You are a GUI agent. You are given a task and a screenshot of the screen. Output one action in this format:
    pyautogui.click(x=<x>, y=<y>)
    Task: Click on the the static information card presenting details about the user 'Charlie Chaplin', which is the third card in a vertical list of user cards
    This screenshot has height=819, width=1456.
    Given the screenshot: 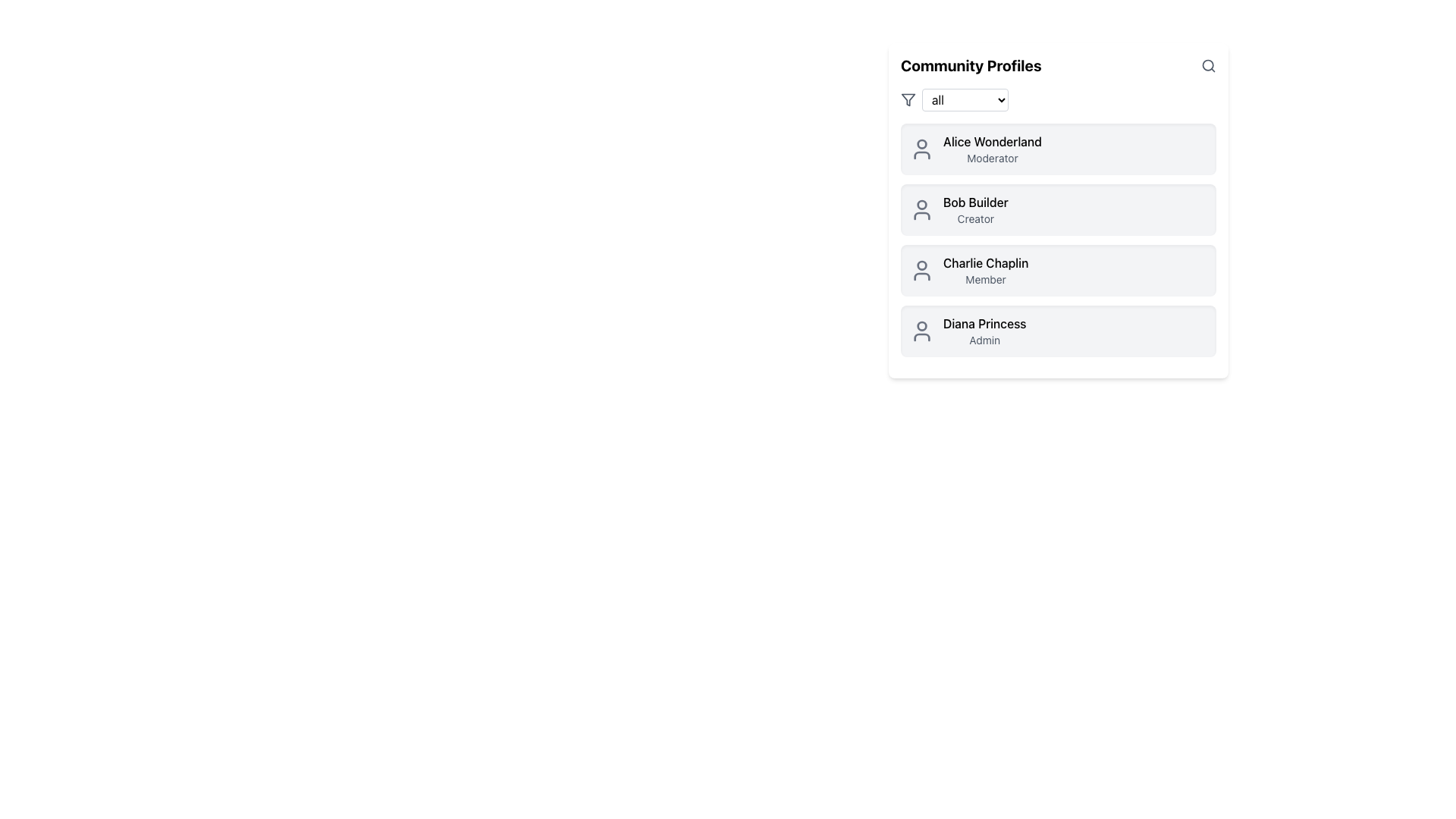 What is the action you would take?
    pyautogui.click(x=1058, y=270)
    